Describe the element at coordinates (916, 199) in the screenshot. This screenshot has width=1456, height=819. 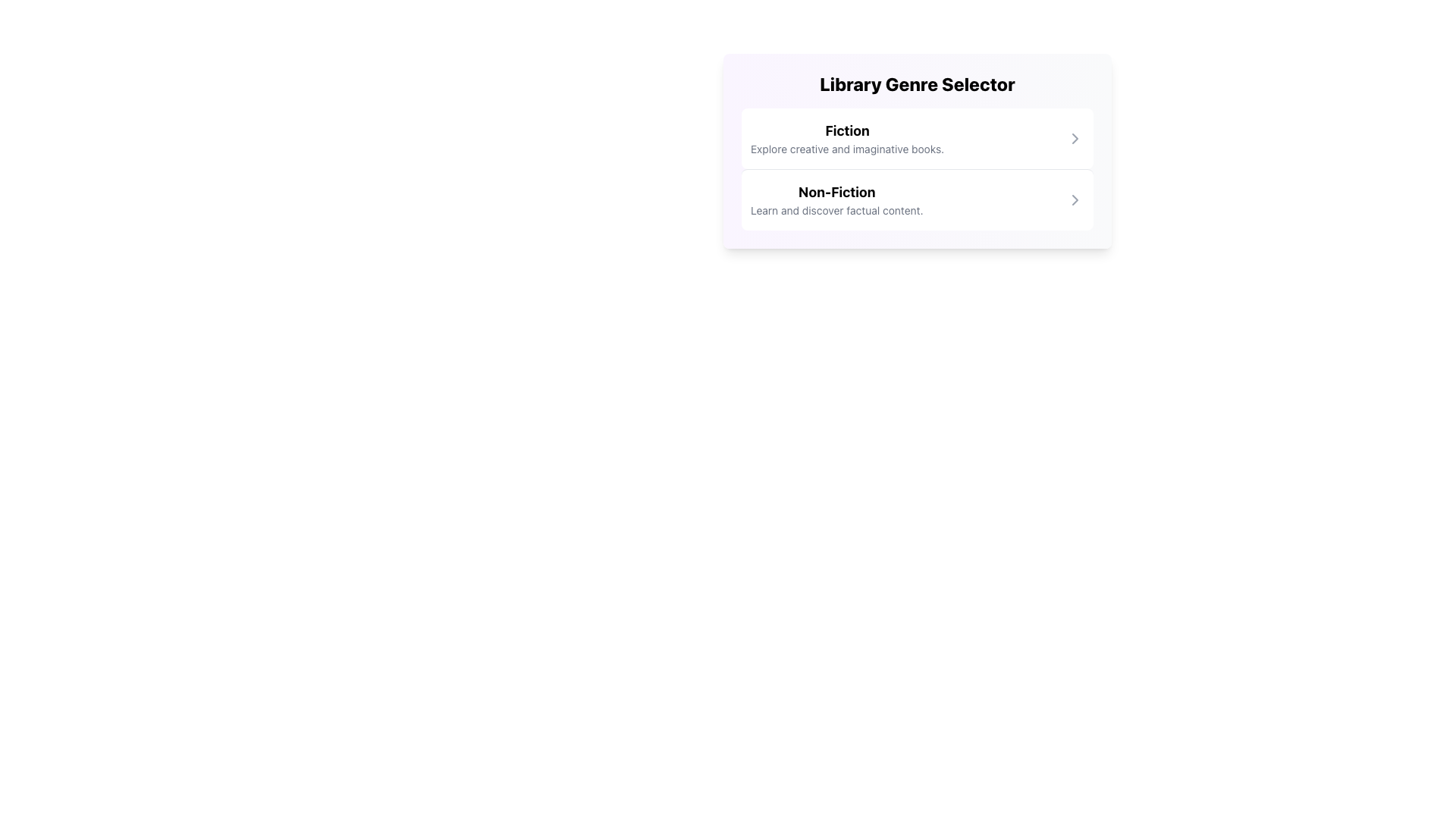
I see `the 'Non-Fiction' option in the Library Genre Selector` at that location.